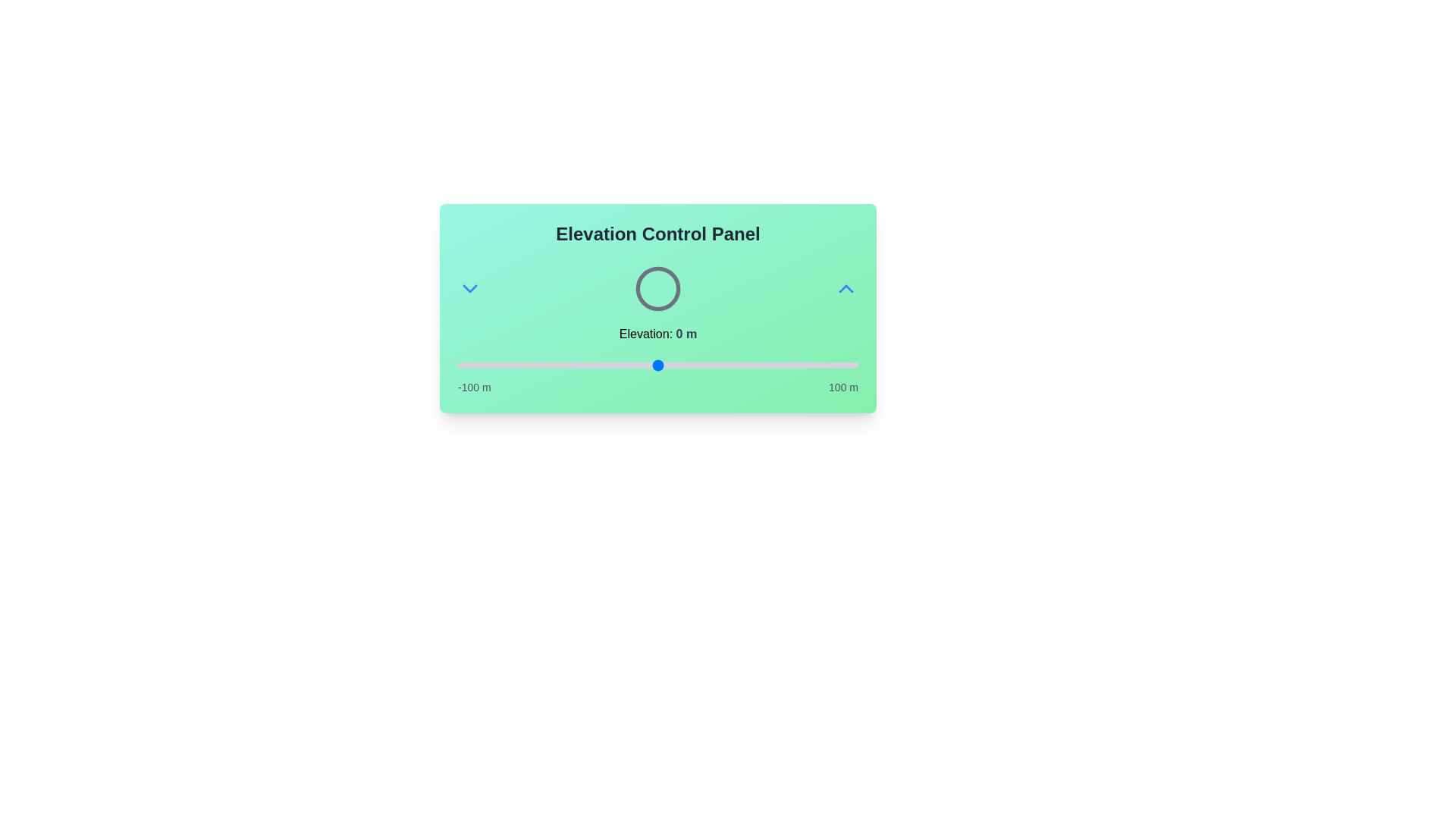 The width and height of the screenshot is (1456, 819). What do you see at coordinates (856, 366) in the screenshot?
I see `the elevation to 99 meters using the slider` at bounding box center [856, 366].